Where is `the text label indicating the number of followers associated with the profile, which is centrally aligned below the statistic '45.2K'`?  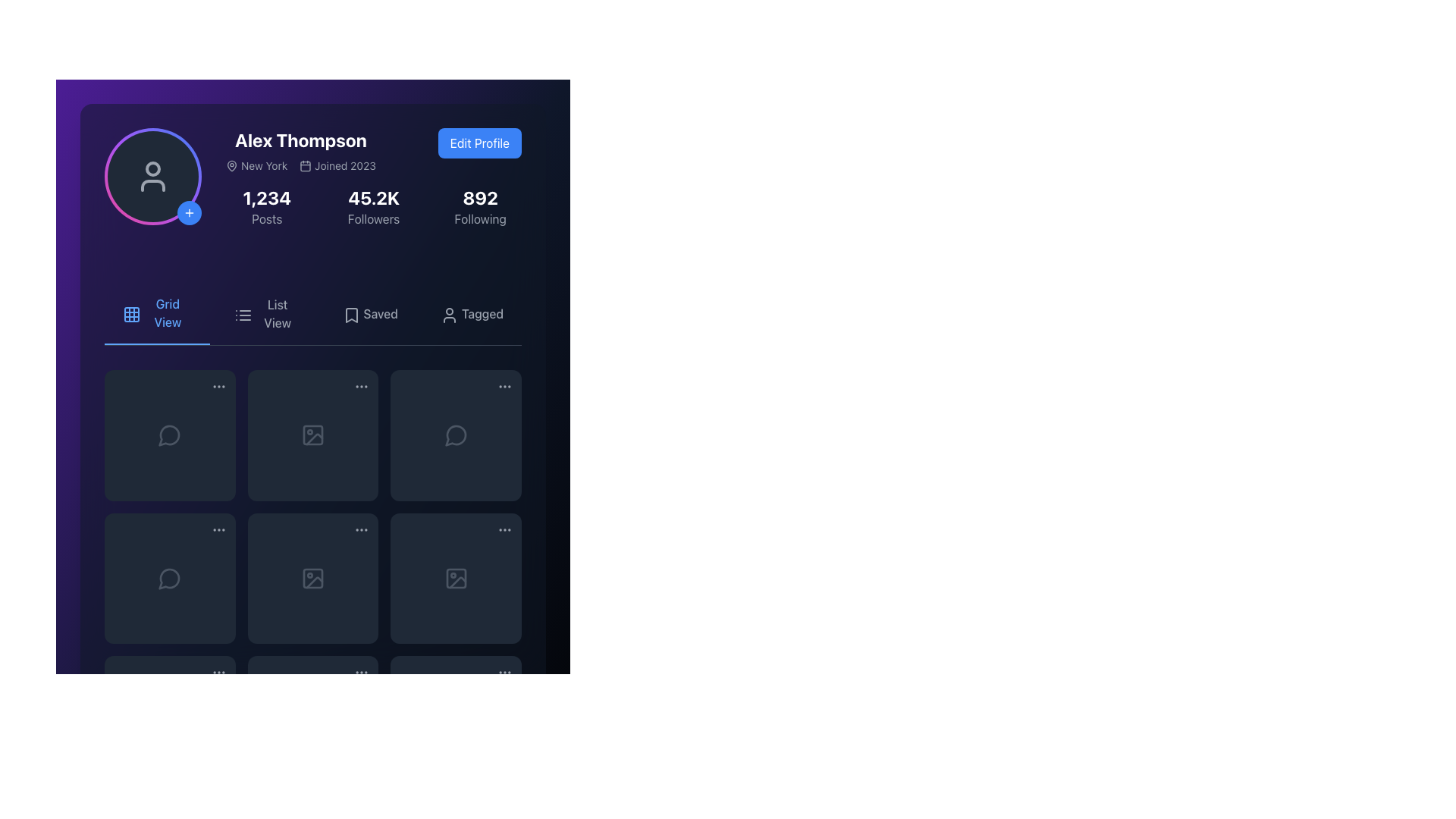 the text label indicating the number of followers associated with the profile, which is centrally aligned below the statistic '45.2K' is located at coordinates (374, 219).